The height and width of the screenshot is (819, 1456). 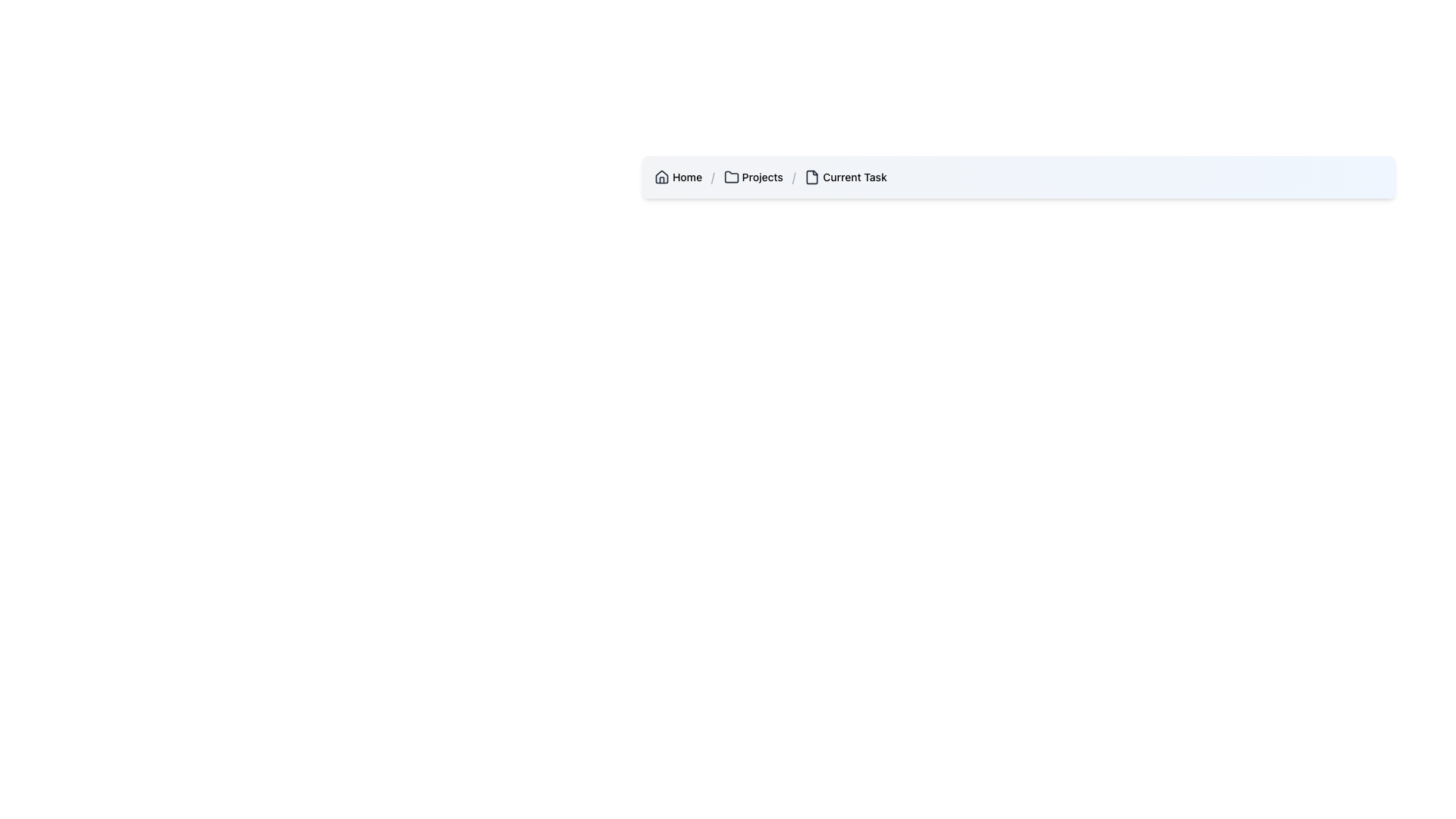 I want to click on individual items in the Breadcrumb Navigation Bar located at the upper central region of the interface for navigation, so click(x=1018, y=177).